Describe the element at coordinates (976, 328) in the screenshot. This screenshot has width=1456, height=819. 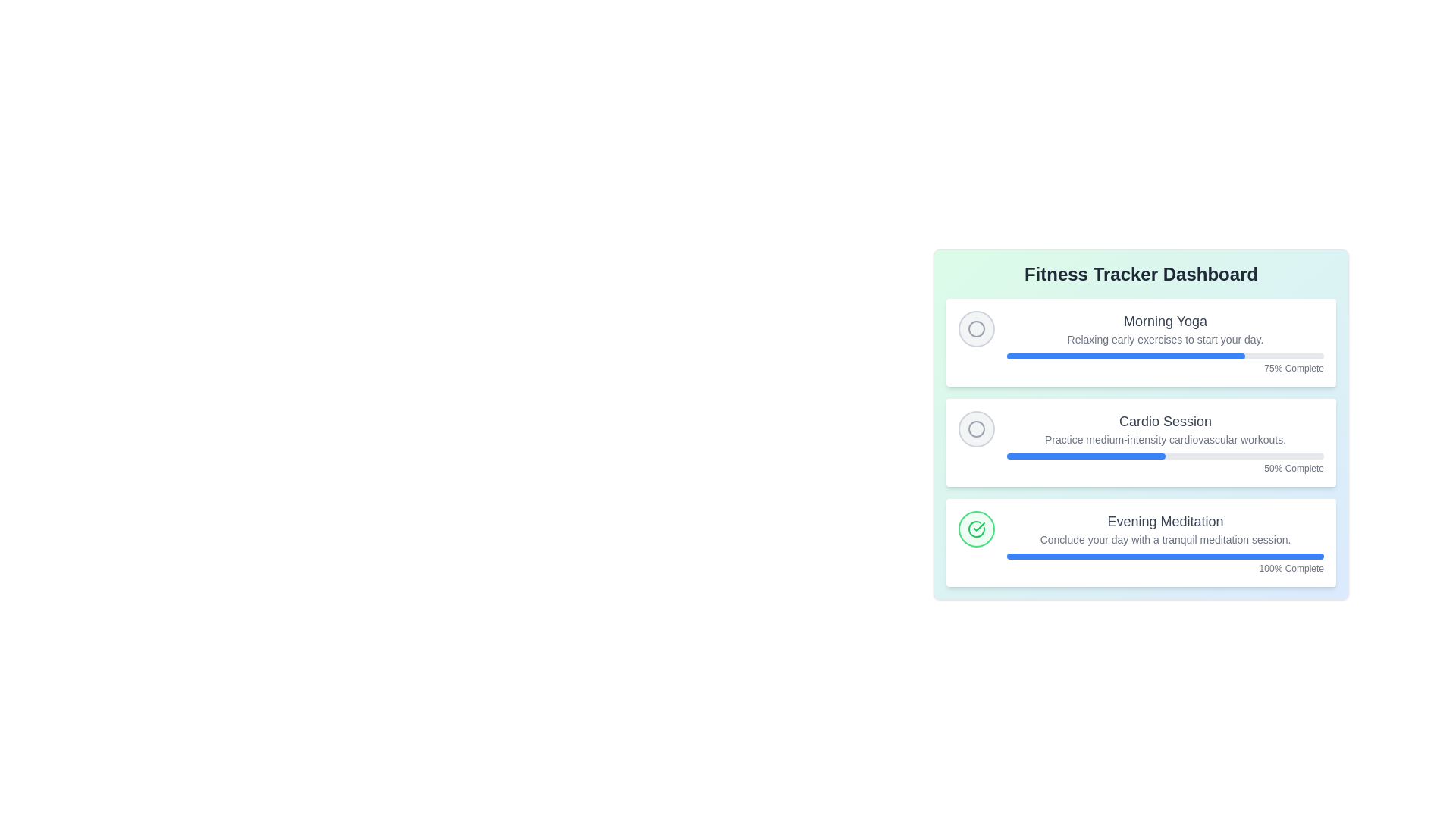
I see `the gray circular outline indicator for the 'Morning Yoga' activity in the fitness dashboard located at the top of the vertical list of activities` at that location.